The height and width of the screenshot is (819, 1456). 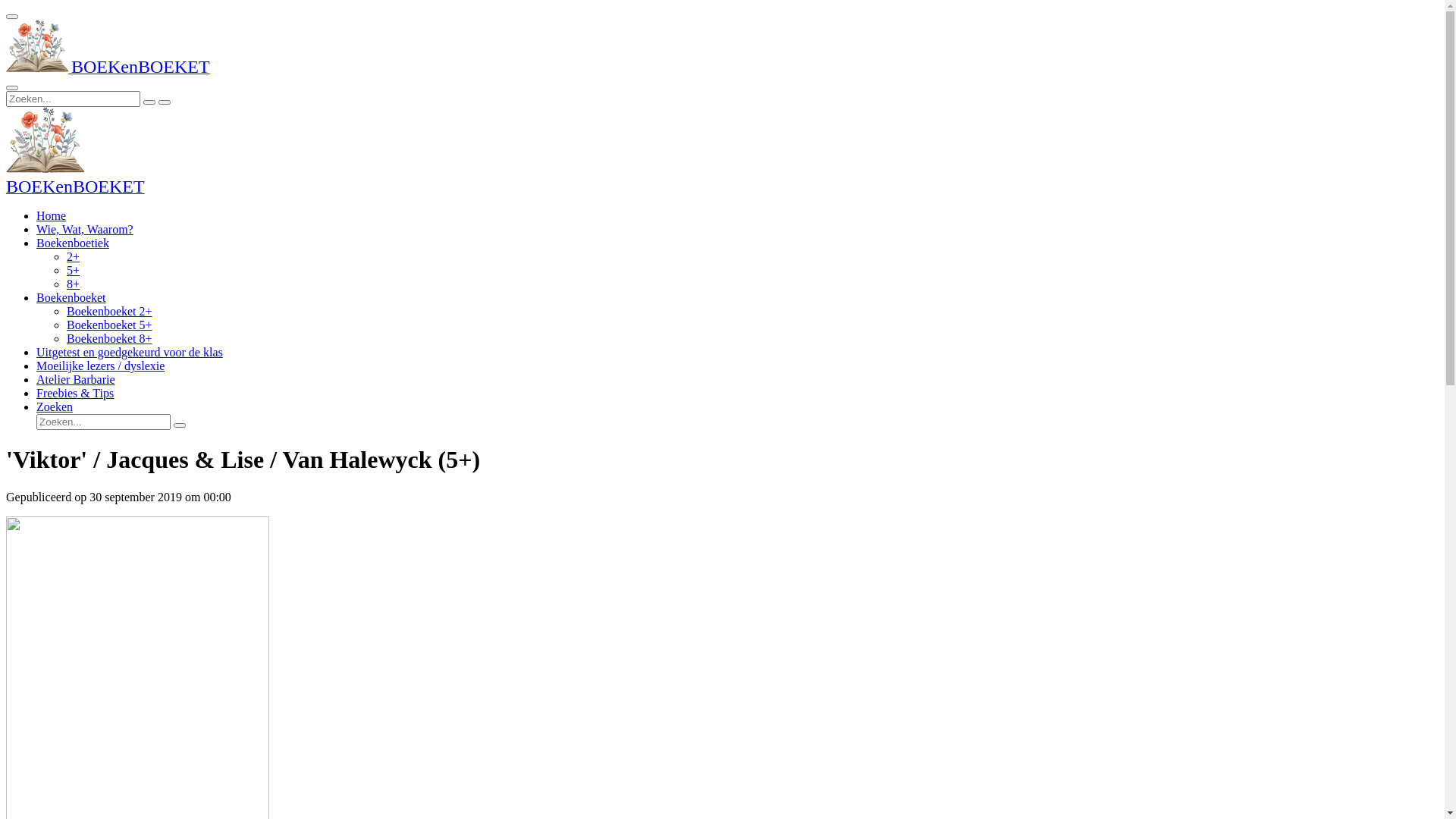 What do you see at coordinates (108, 310) in the screenshot?
I see `'Boekenboeket 2+'` at bounding box center [108, 310].